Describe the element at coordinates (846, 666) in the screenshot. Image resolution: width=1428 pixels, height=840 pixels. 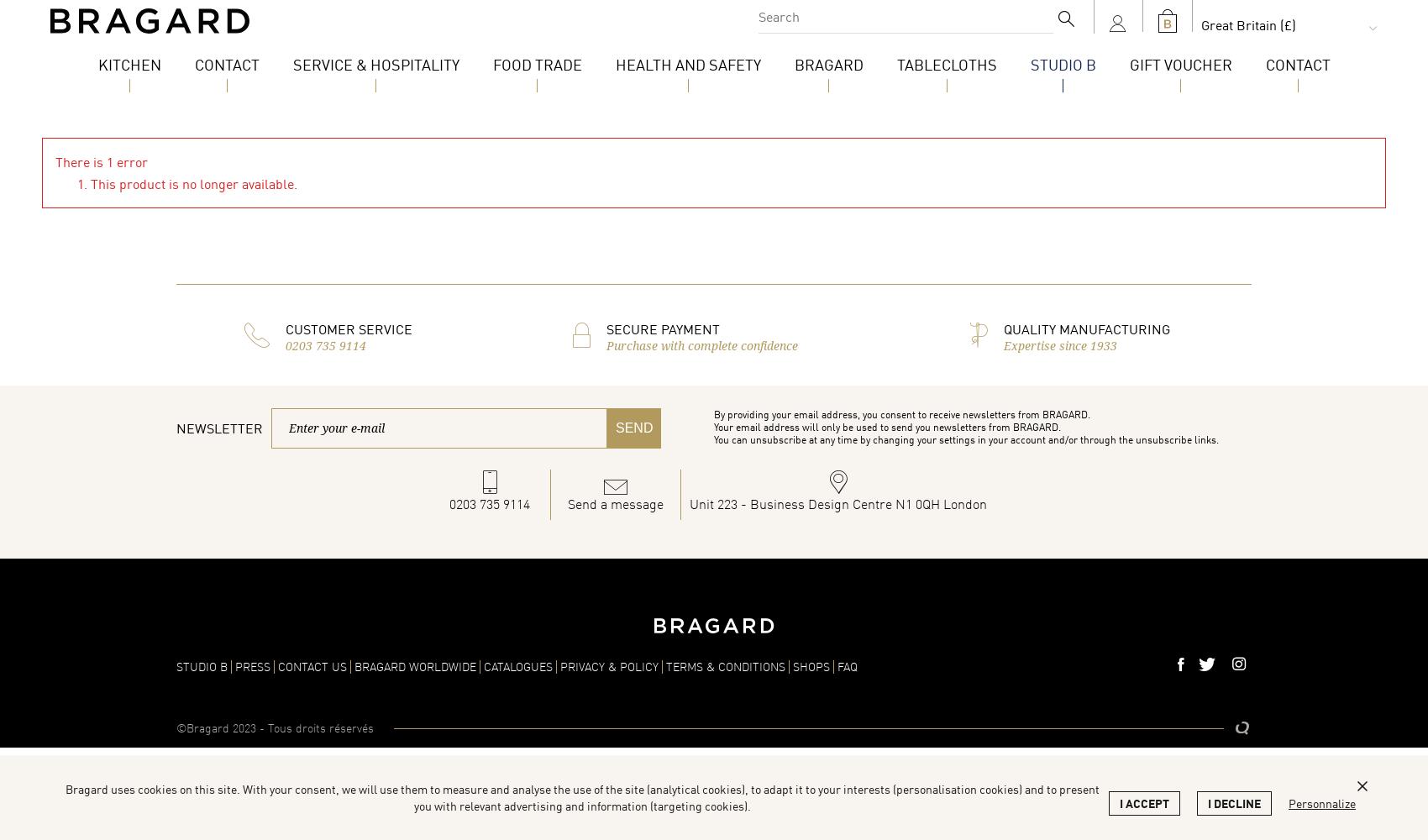
I see `'FAQ'` at that location.